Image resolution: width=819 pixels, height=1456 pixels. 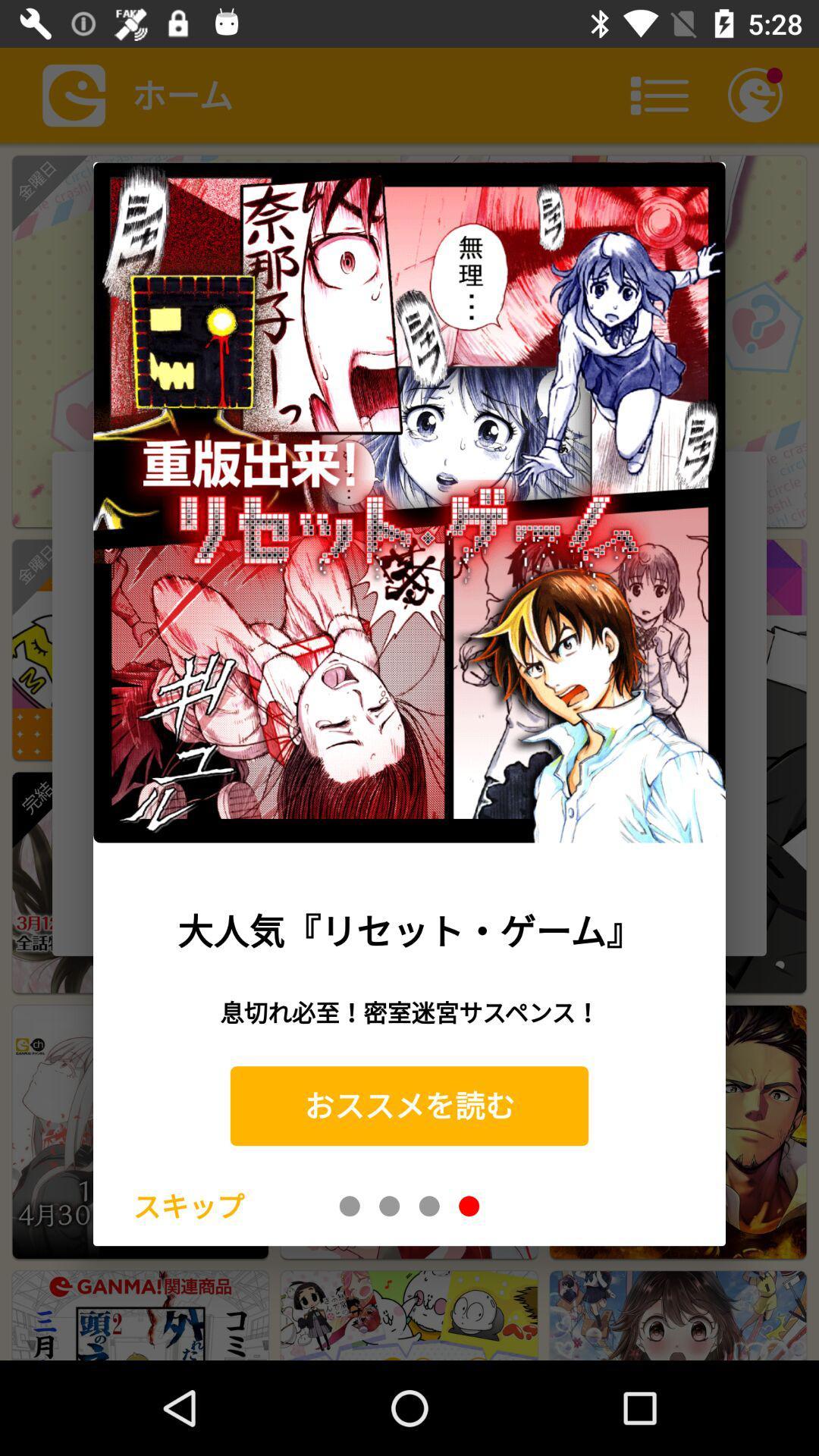 I want to click on indicates which page is displayed, so click(x=350, y=1205).